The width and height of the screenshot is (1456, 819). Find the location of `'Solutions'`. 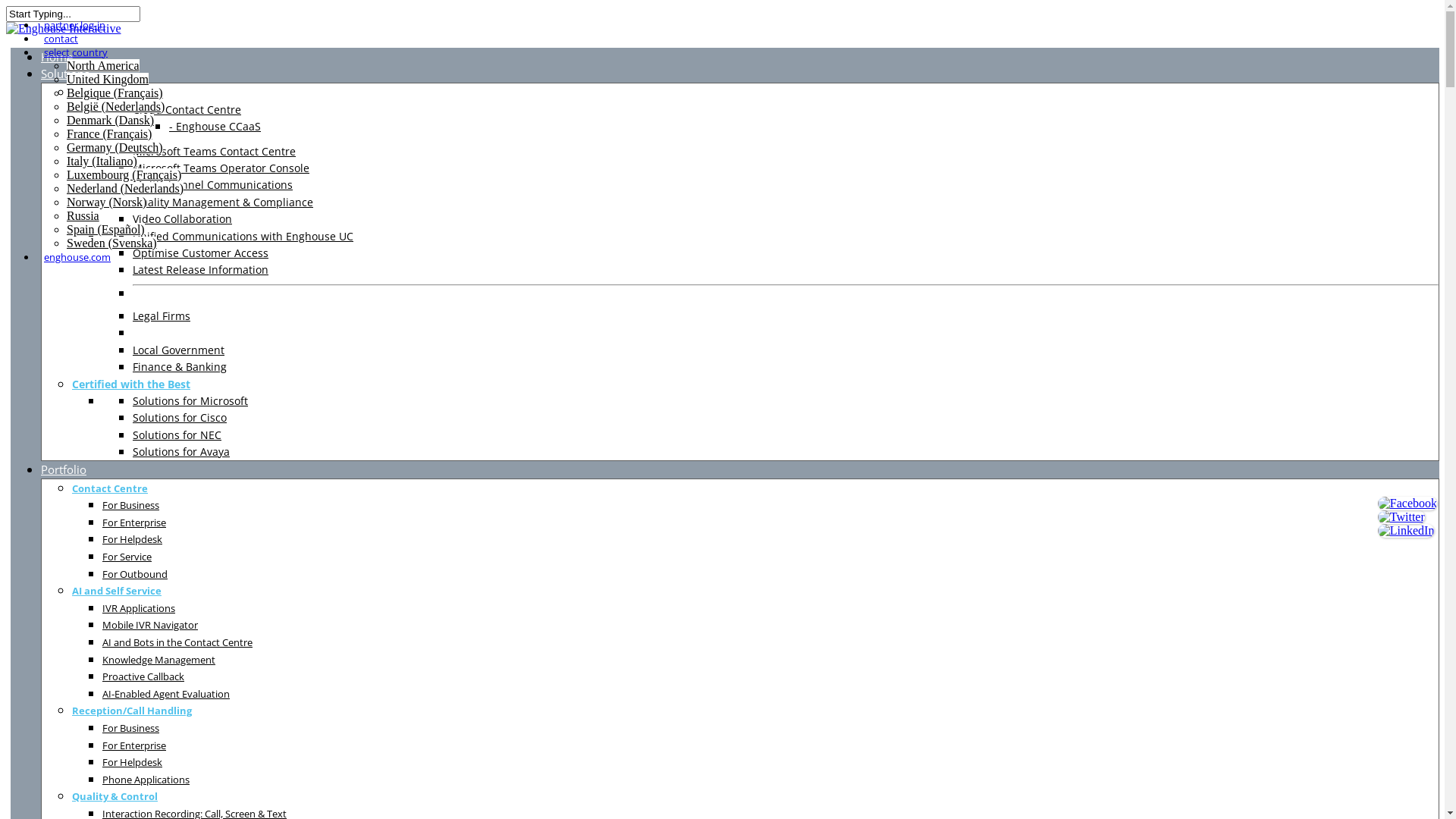

'Solutions' is located at coordinates (64, 73).